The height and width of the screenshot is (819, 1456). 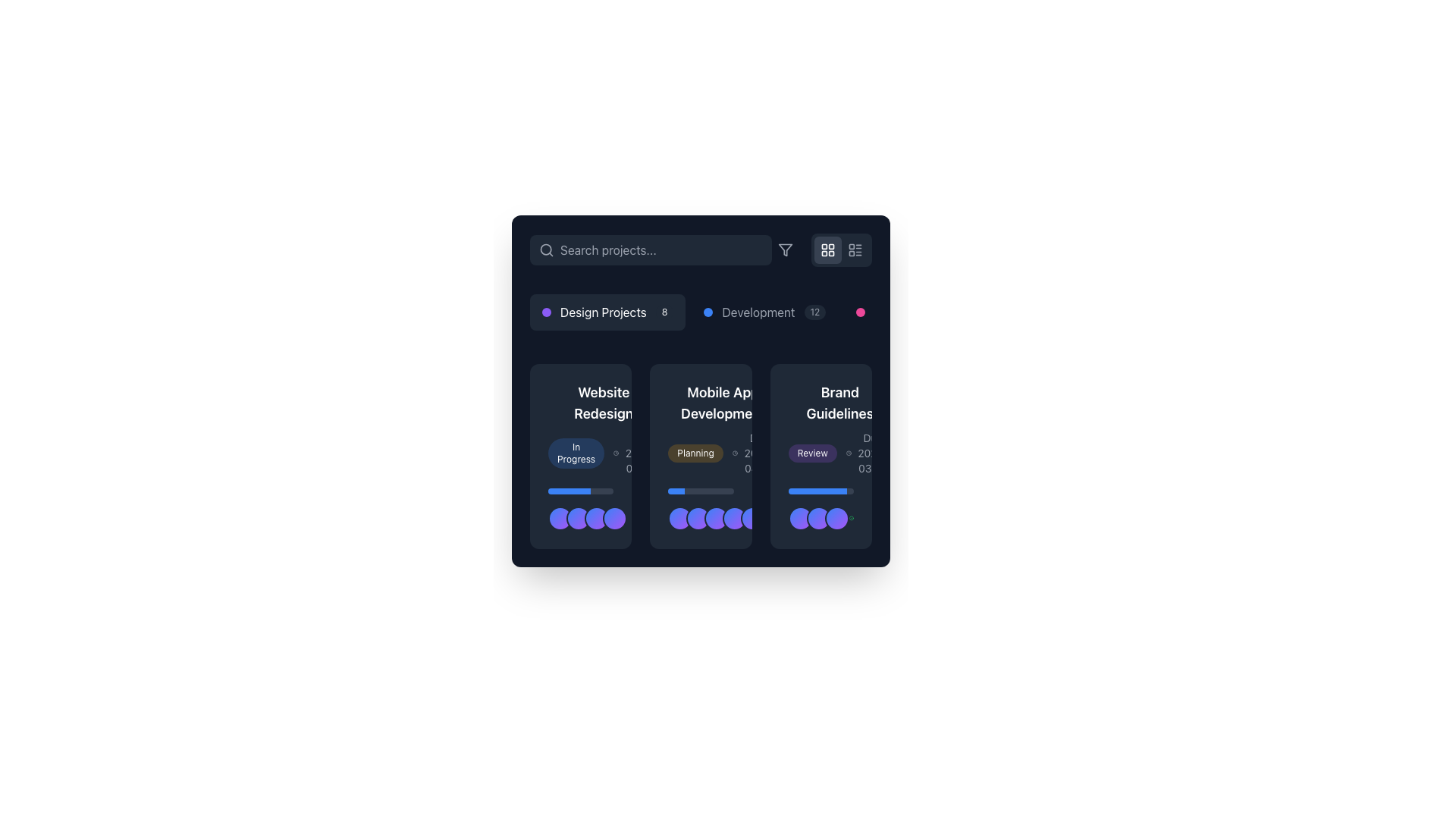 What do you see at coordinates (580, 517) in the screenshot?
I see `the third circular gradient avatar` at bounding box center [580, 517].